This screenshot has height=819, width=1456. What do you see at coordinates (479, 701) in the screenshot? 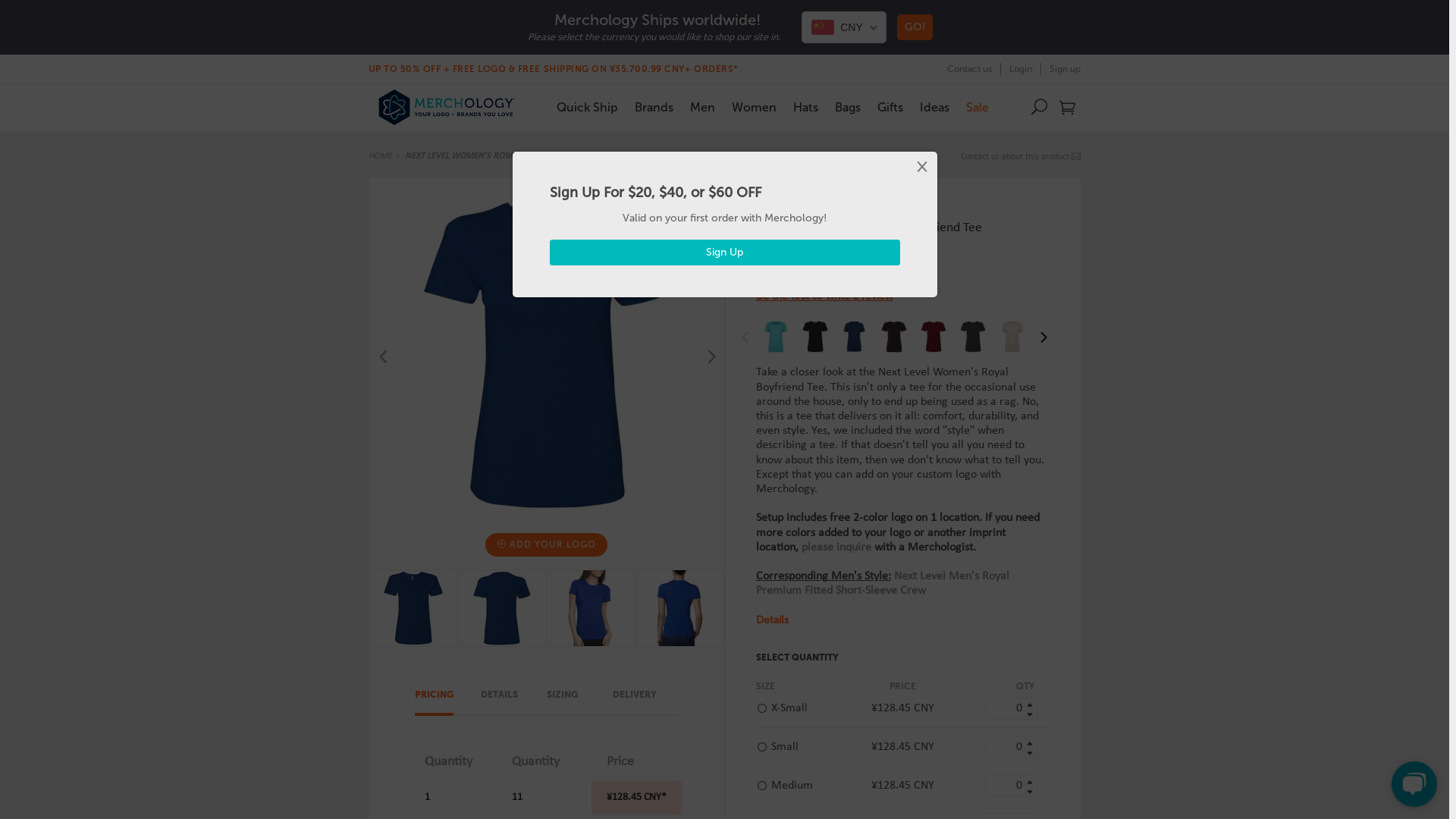
I see `'DETAILS'` at bounding box center [479, 701].